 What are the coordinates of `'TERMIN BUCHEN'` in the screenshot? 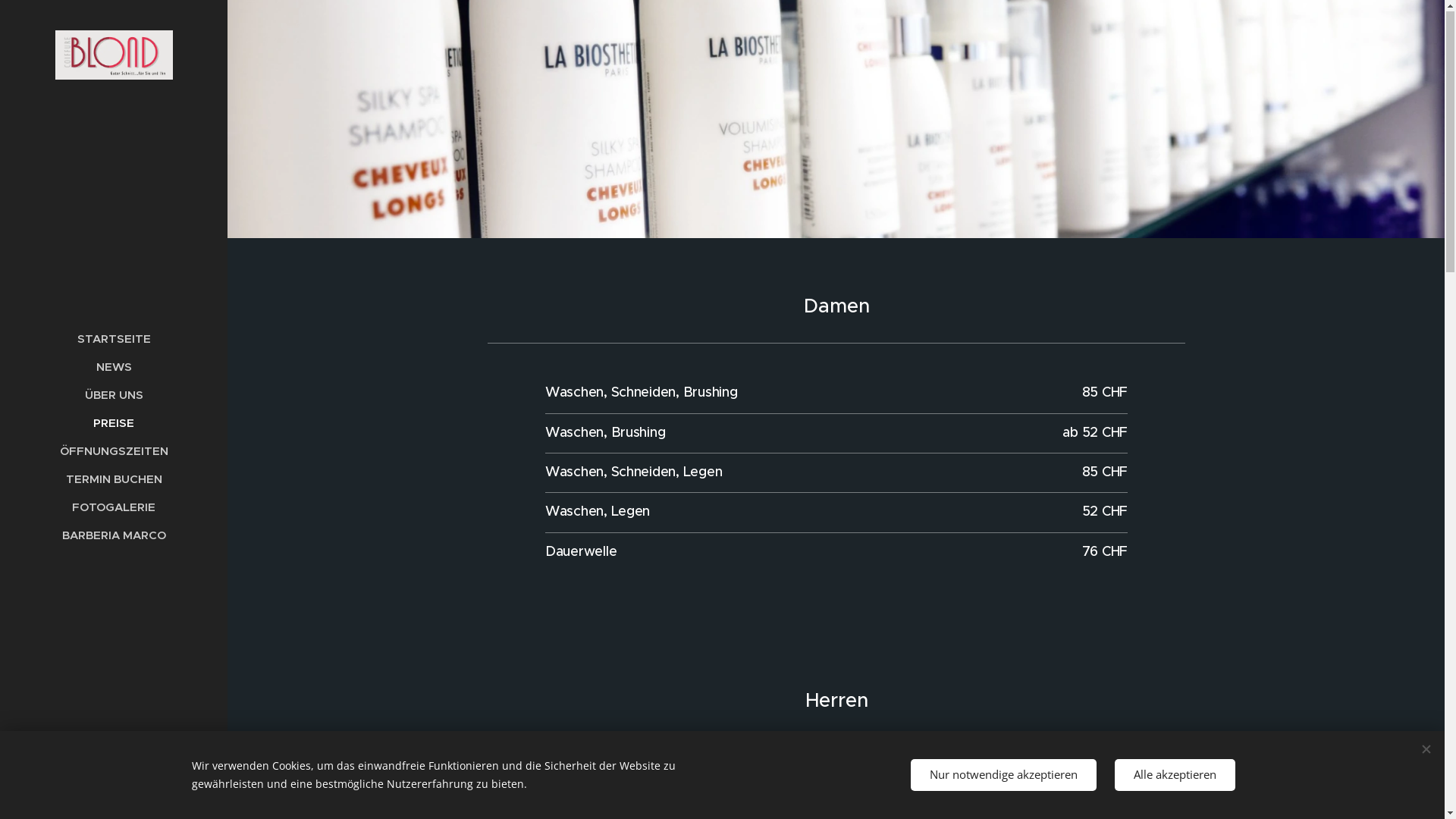 It's located at (112, 479).